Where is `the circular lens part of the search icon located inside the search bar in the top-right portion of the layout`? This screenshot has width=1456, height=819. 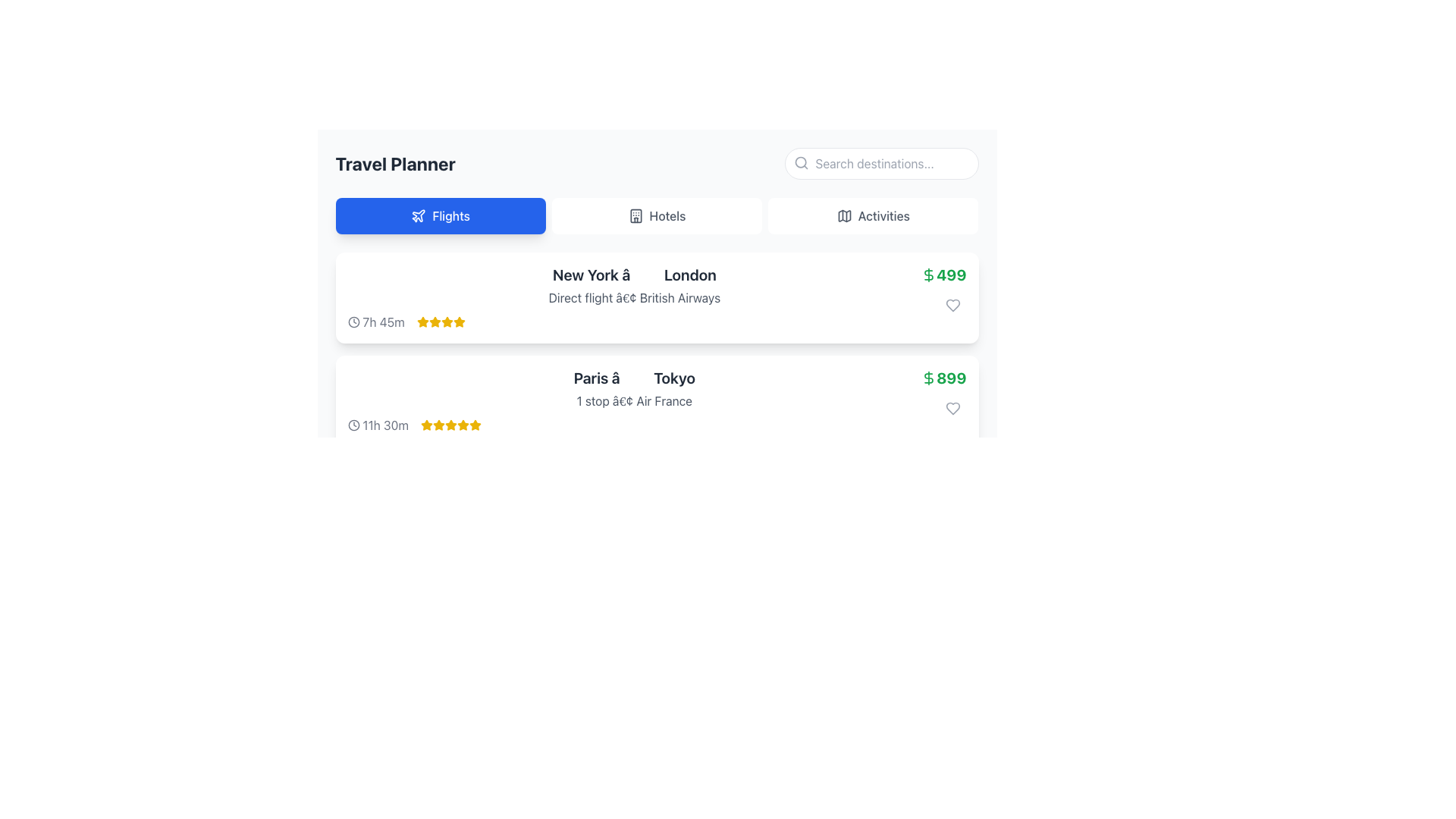
the circular lens part of the search icon located inside the search bar in the top-right portion of the layout is located at coordinates (799, 162).